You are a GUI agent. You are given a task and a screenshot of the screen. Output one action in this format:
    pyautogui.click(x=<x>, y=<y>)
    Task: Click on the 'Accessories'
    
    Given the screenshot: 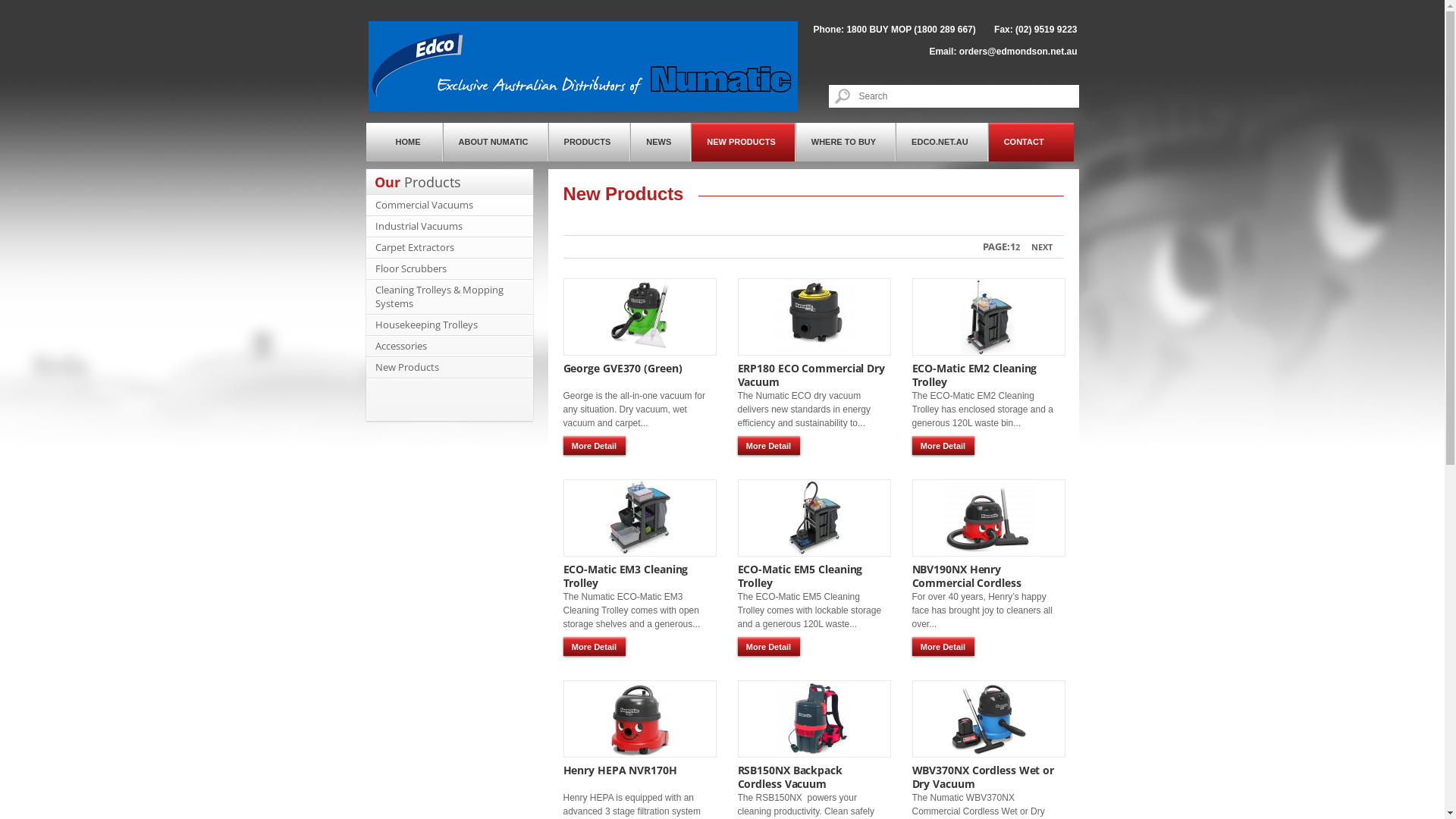 What is the action you would take?
    pyautogui.click(x=400, y=345)
    